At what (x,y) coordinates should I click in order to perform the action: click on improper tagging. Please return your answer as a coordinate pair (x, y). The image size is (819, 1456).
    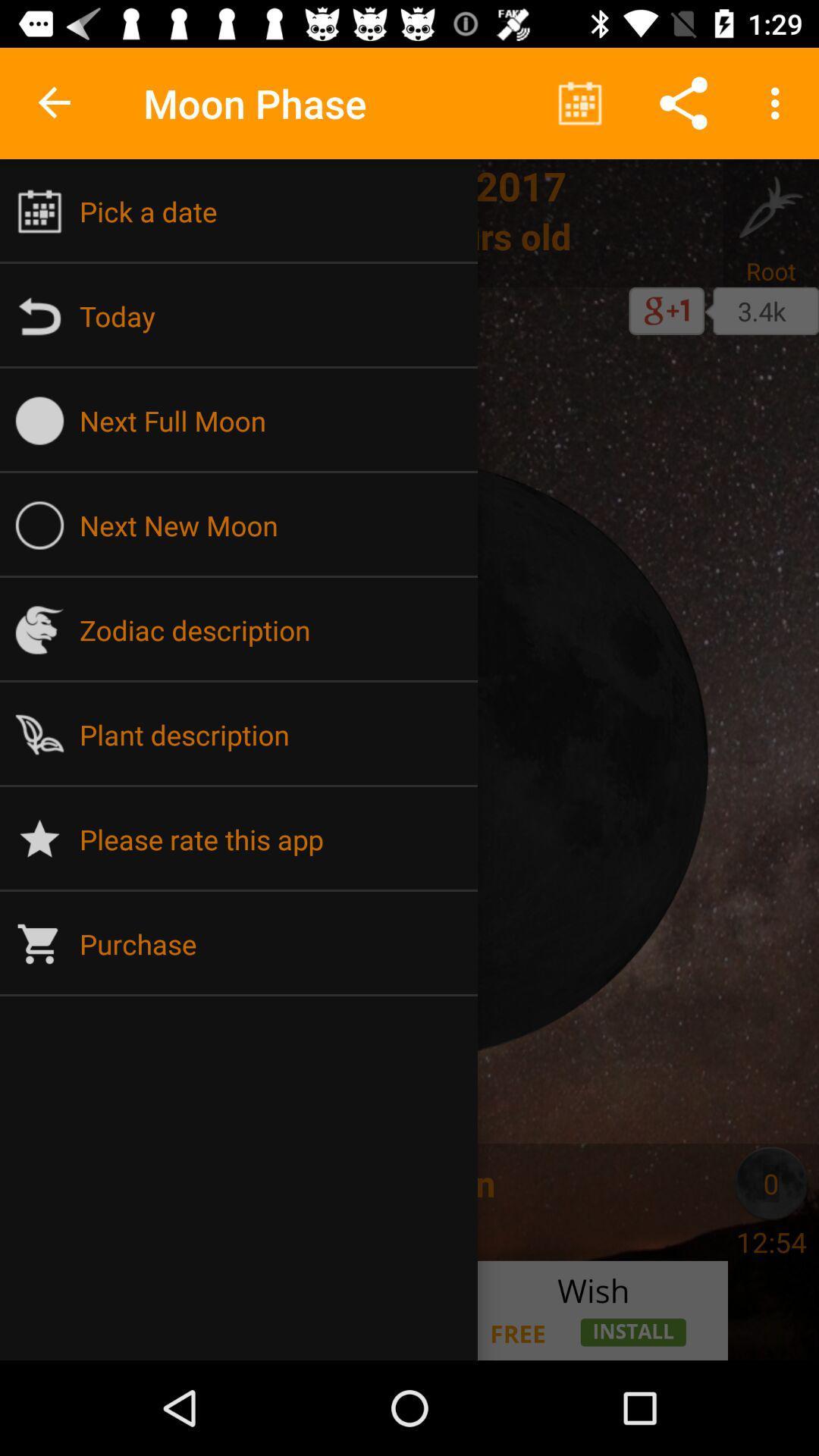
    Looking at the image, I should click on (47, 1182).